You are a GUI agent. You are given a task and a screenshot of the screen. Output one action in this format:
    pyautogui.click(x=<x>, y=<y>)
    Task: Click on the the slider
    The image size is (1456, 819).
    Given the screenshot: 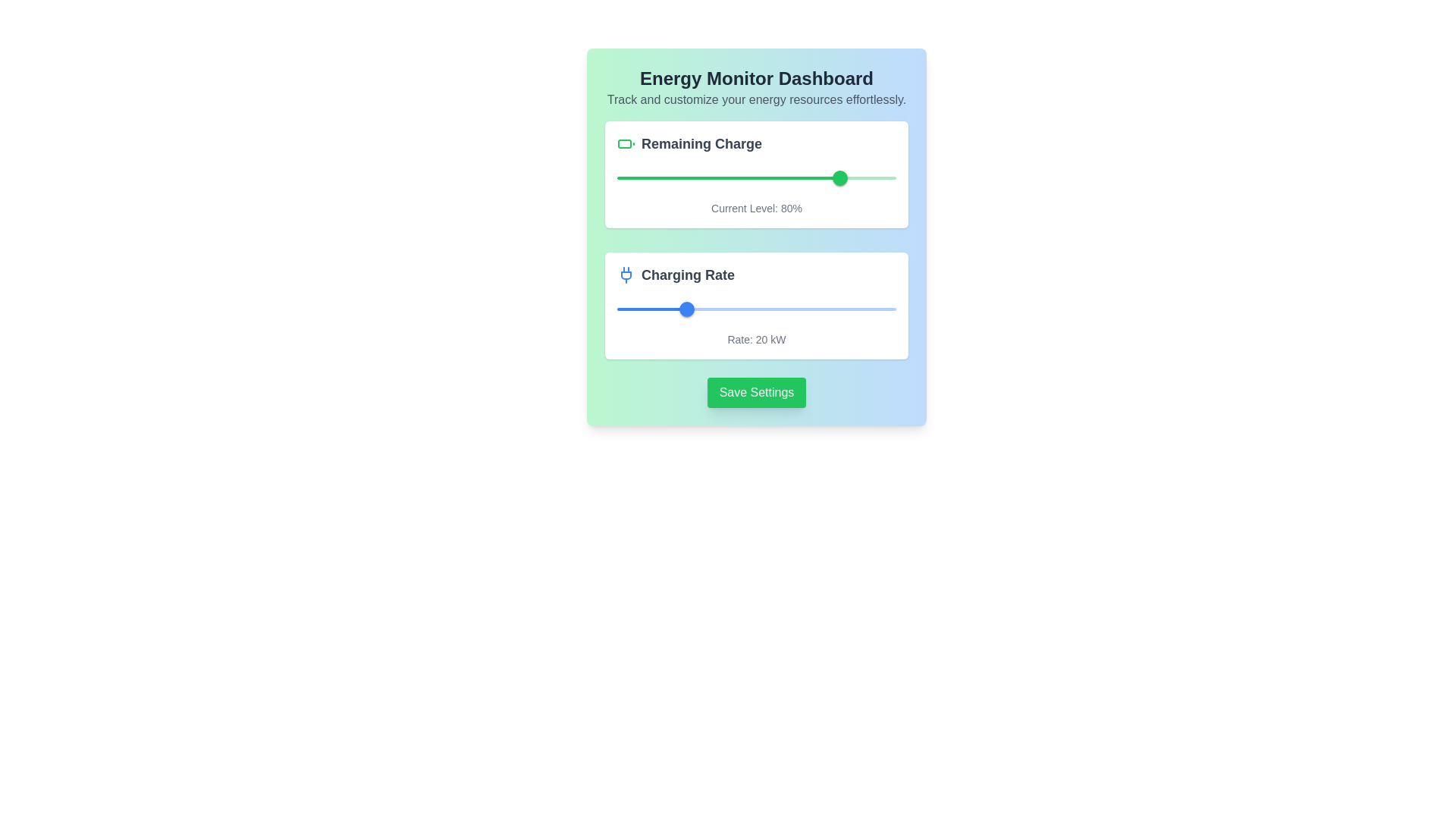 What is the action you would take?
    pyautogui.click(x=860, y=309)
    